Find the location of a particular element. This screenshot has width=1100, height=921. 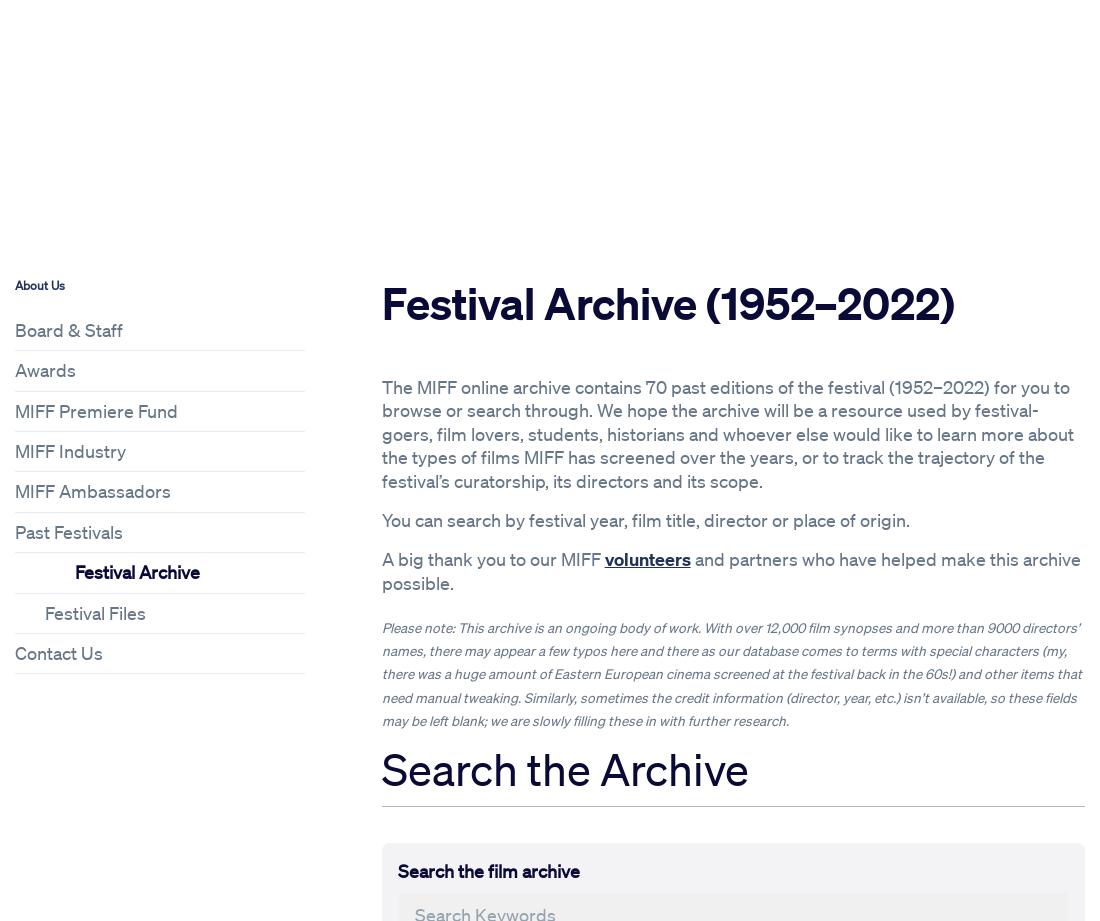

'MIFF Premiere Fund' is located at coordinates (96, 410).